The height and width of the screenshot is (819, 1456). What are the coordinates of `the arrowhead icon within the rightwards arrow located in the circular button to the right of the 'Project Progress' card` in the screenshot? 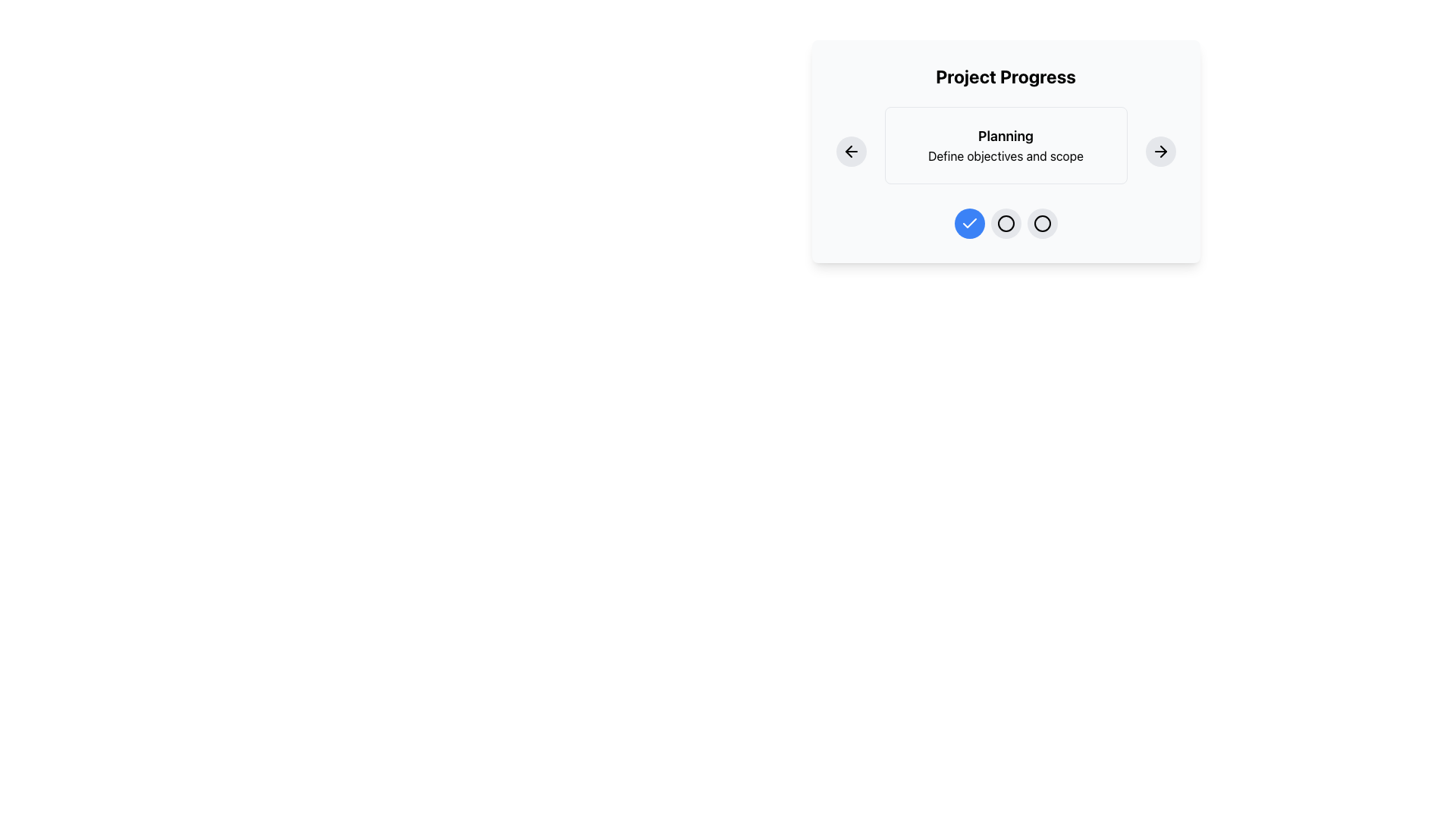 It's located at (1163, 152).